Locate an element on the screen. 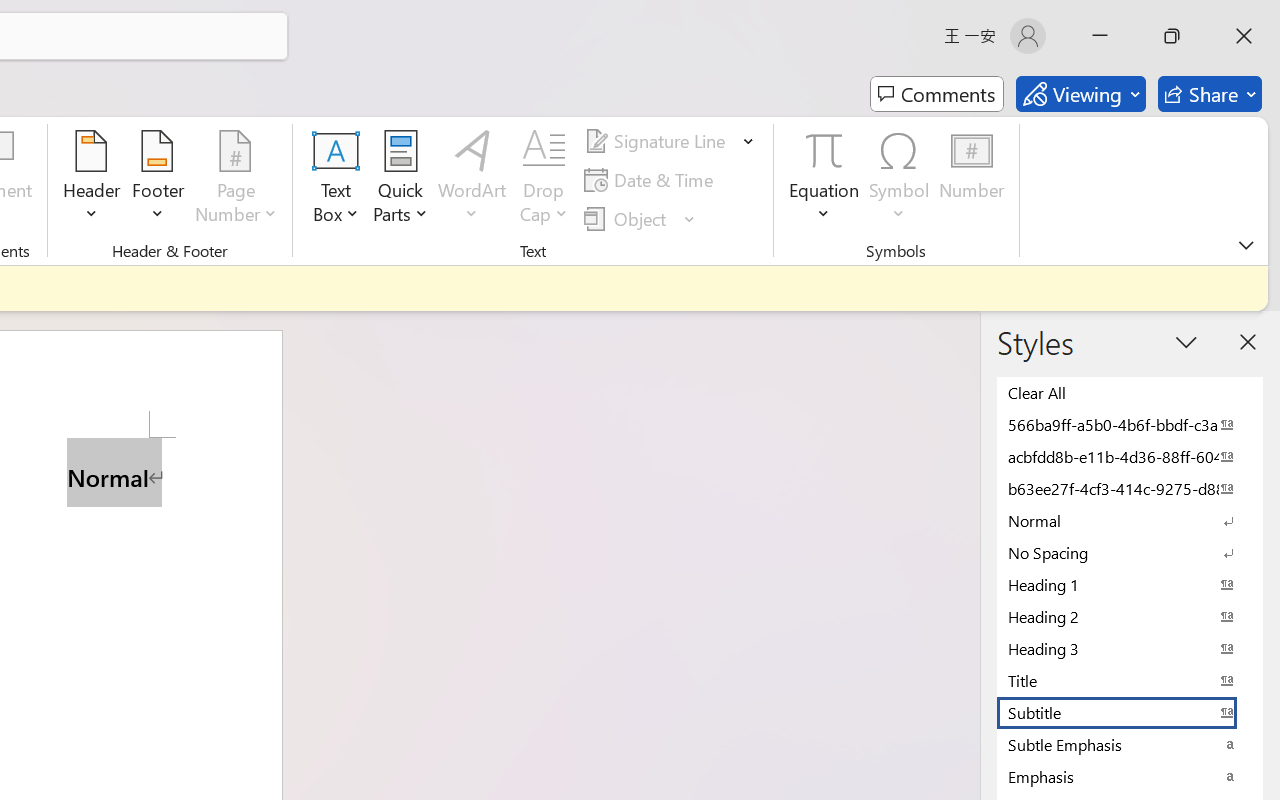 The width and height of the screenshot is (1280, 800). 'Number...' is located at coordinates (972, 179).